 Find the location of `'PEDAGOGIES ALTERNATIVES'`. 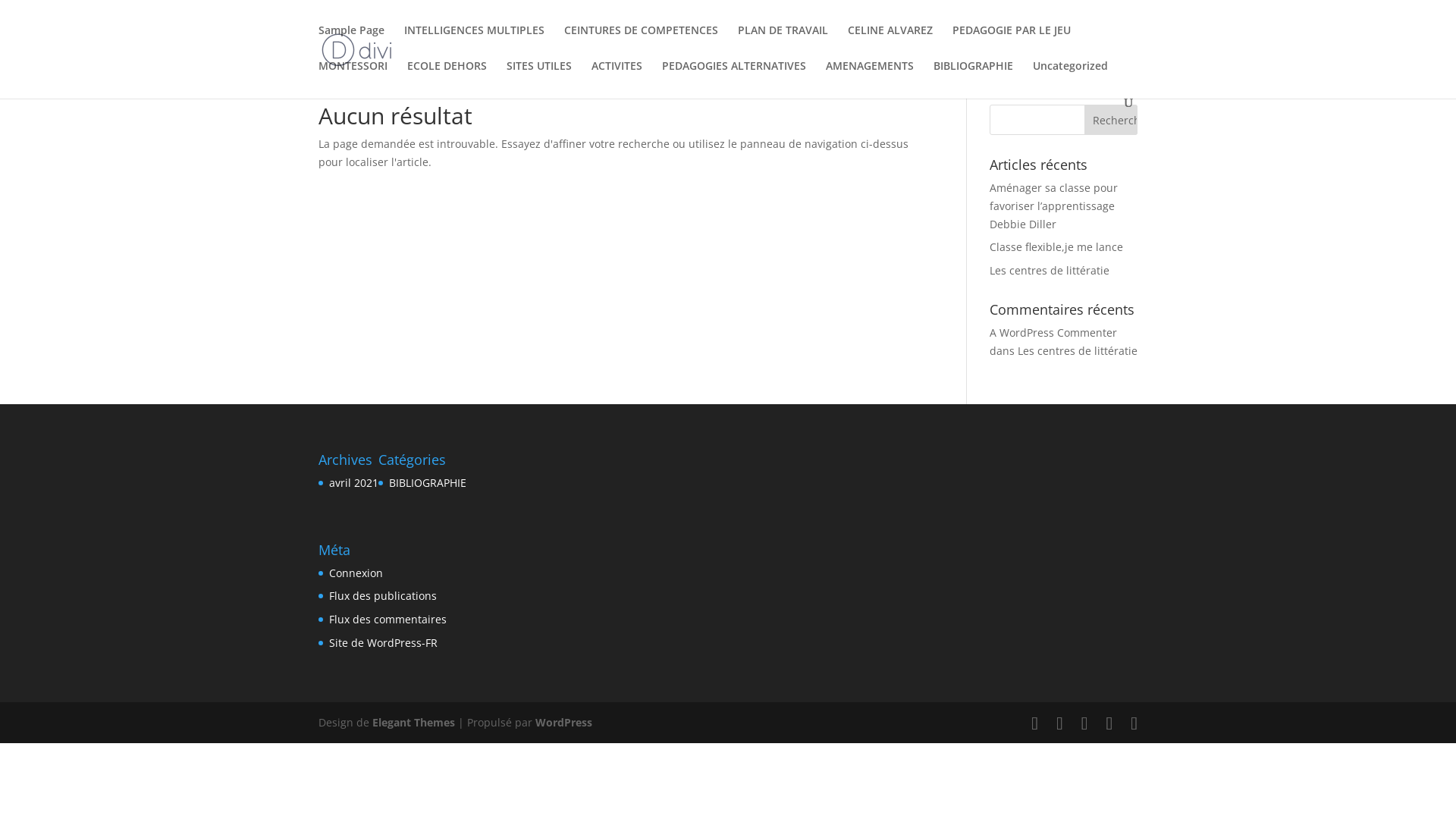

'PEDAGOGIES ALTERNATIVES' is located at coordinates (662, 78).